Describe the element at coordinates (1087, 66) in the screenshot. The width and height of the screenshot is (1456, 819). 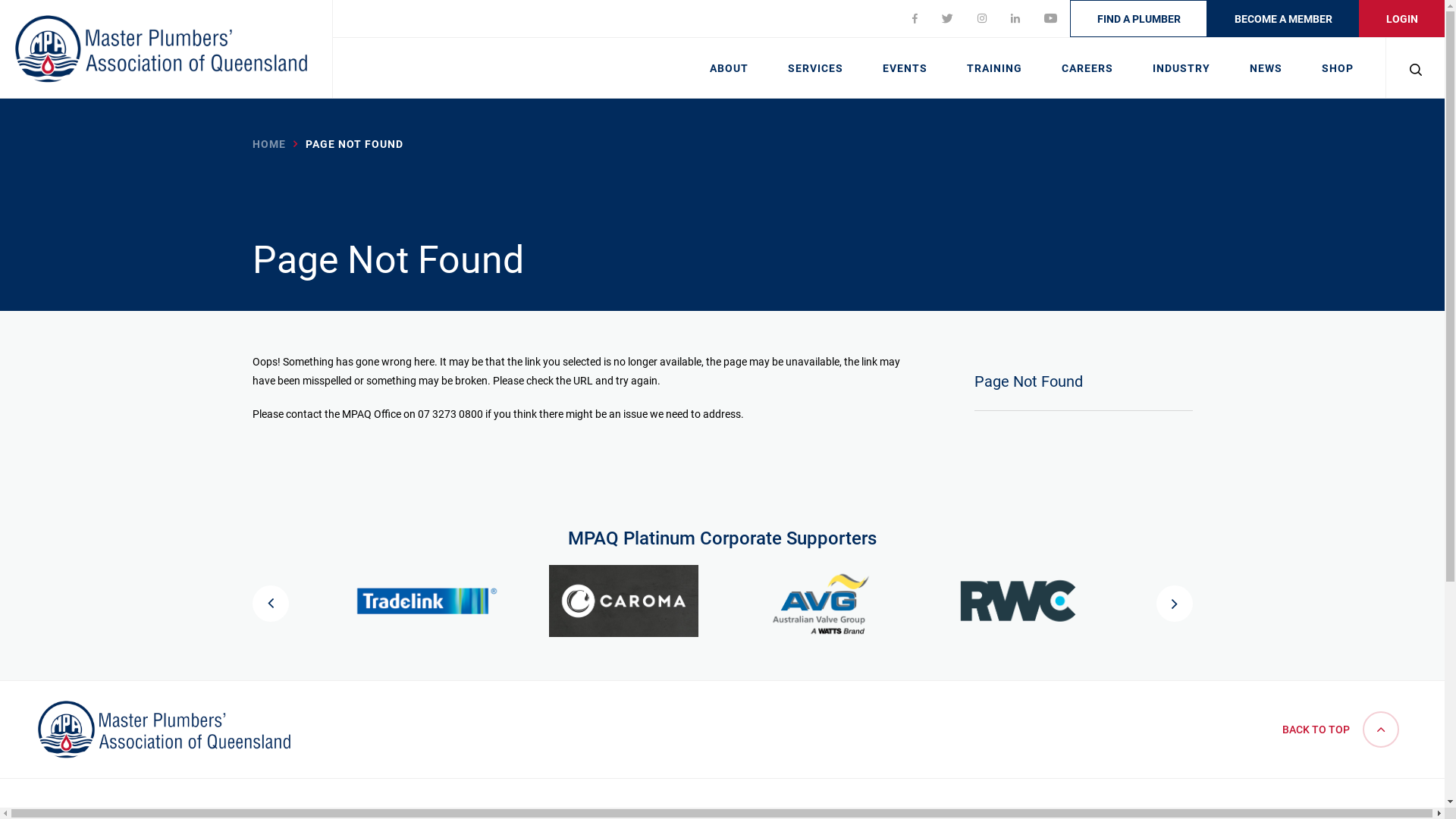
I see `'CAREERS'` at that location.